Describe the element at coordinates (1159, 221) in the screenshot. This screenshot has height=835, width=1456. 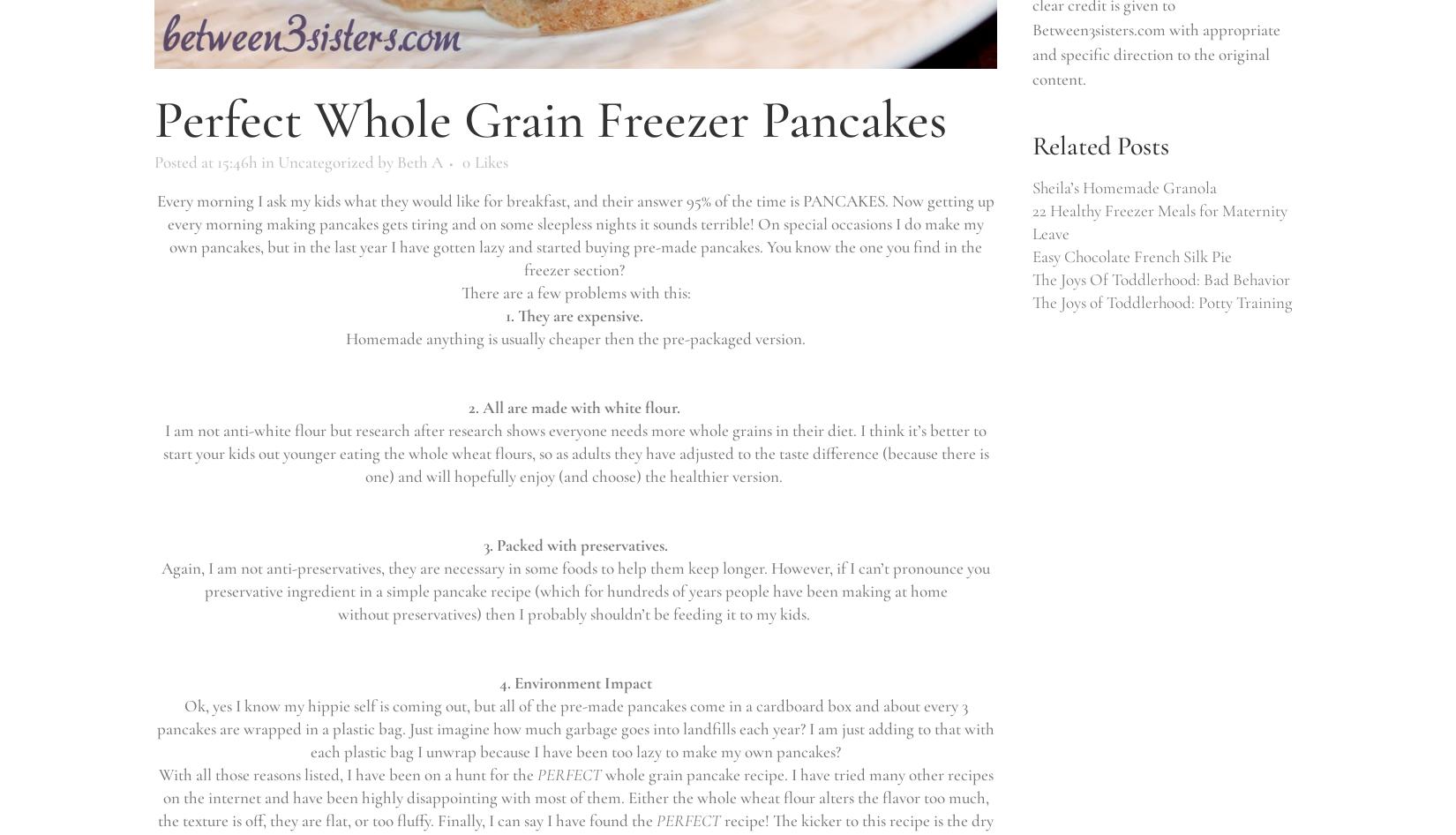
I see `'22 Healthy Freezer Meals for Maternity Leave'` at that location.